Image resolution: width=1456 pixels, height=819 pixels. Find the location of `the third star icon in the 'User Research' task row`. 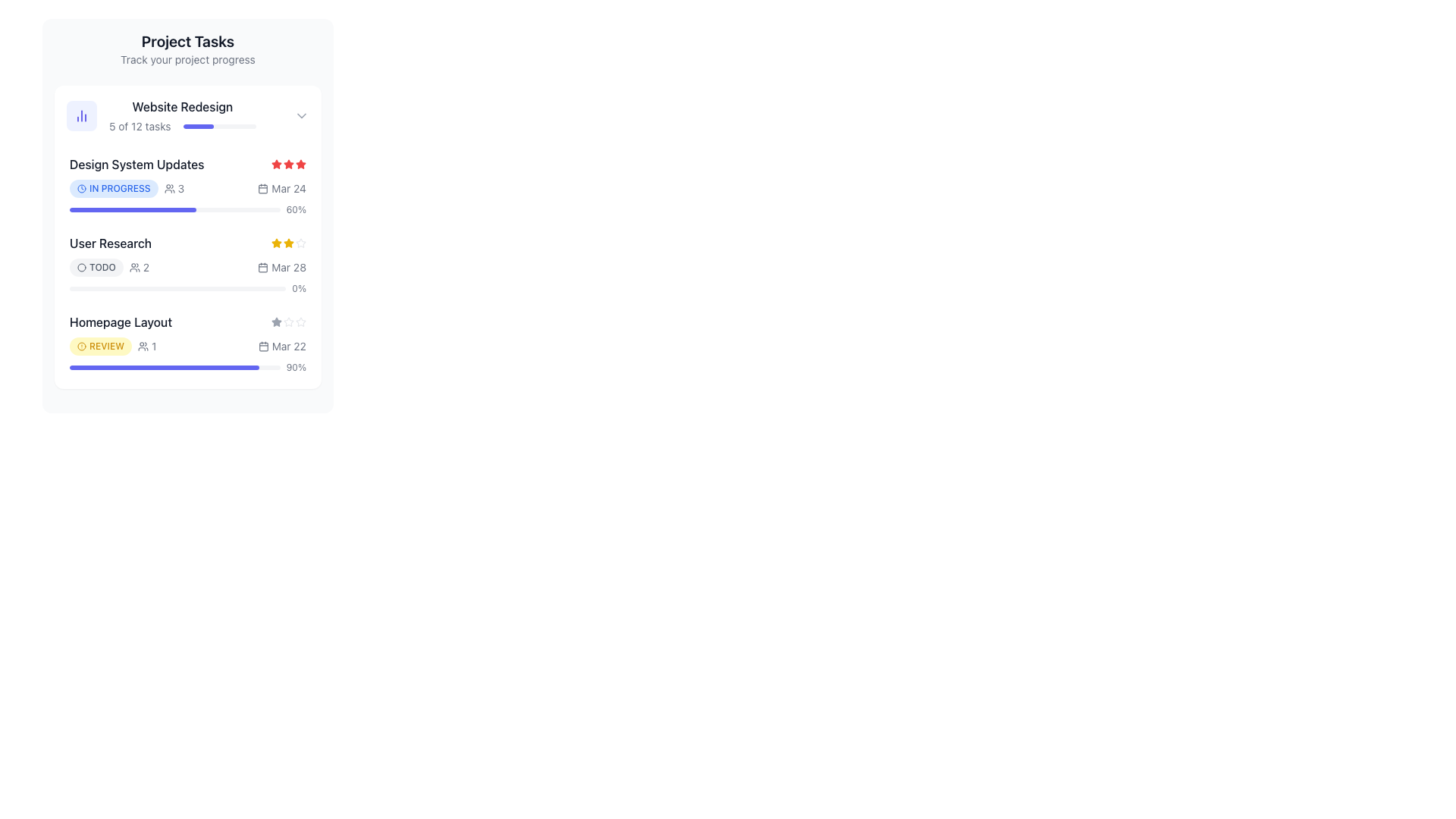

the third star icon in the 'User Research' task row is located at coordinates (288, 242).